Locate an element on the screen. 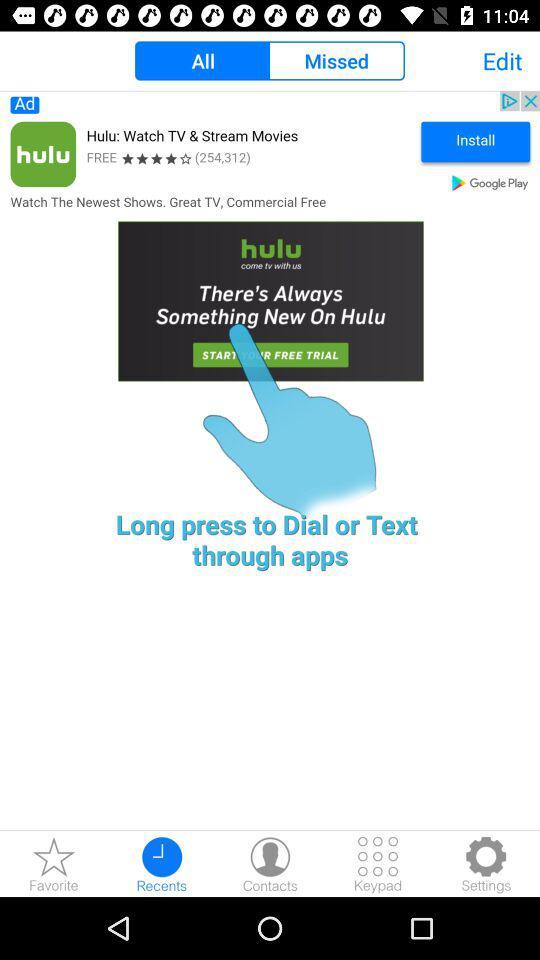  rate the app is located at coordinates (54, 863).